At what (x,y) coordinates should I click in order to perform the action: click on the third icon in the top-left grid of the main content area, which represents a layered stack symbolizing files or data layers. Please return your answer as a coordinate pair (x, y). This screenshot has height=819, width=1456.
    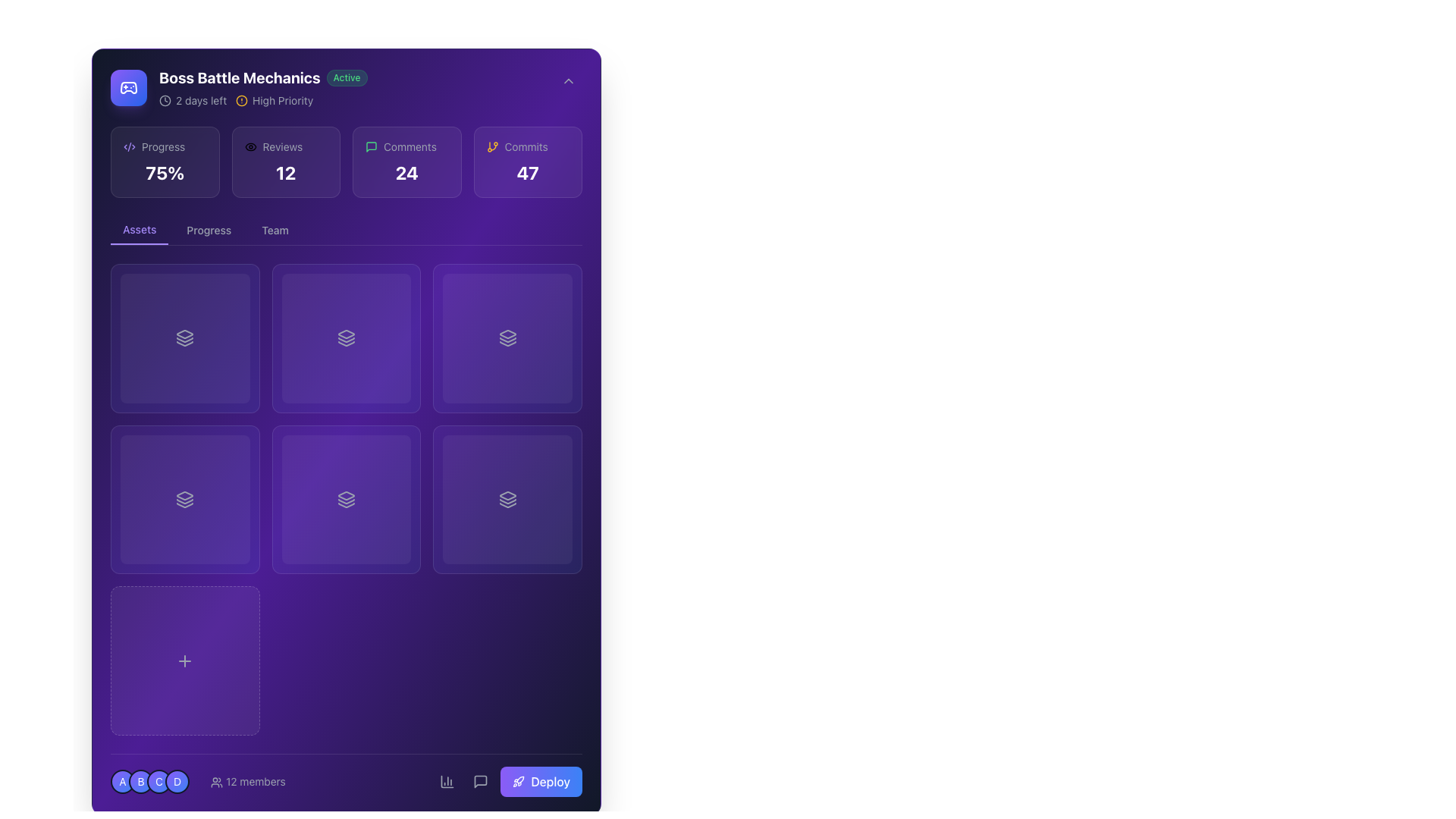
    Looking at the image, I should click on (184, 344).